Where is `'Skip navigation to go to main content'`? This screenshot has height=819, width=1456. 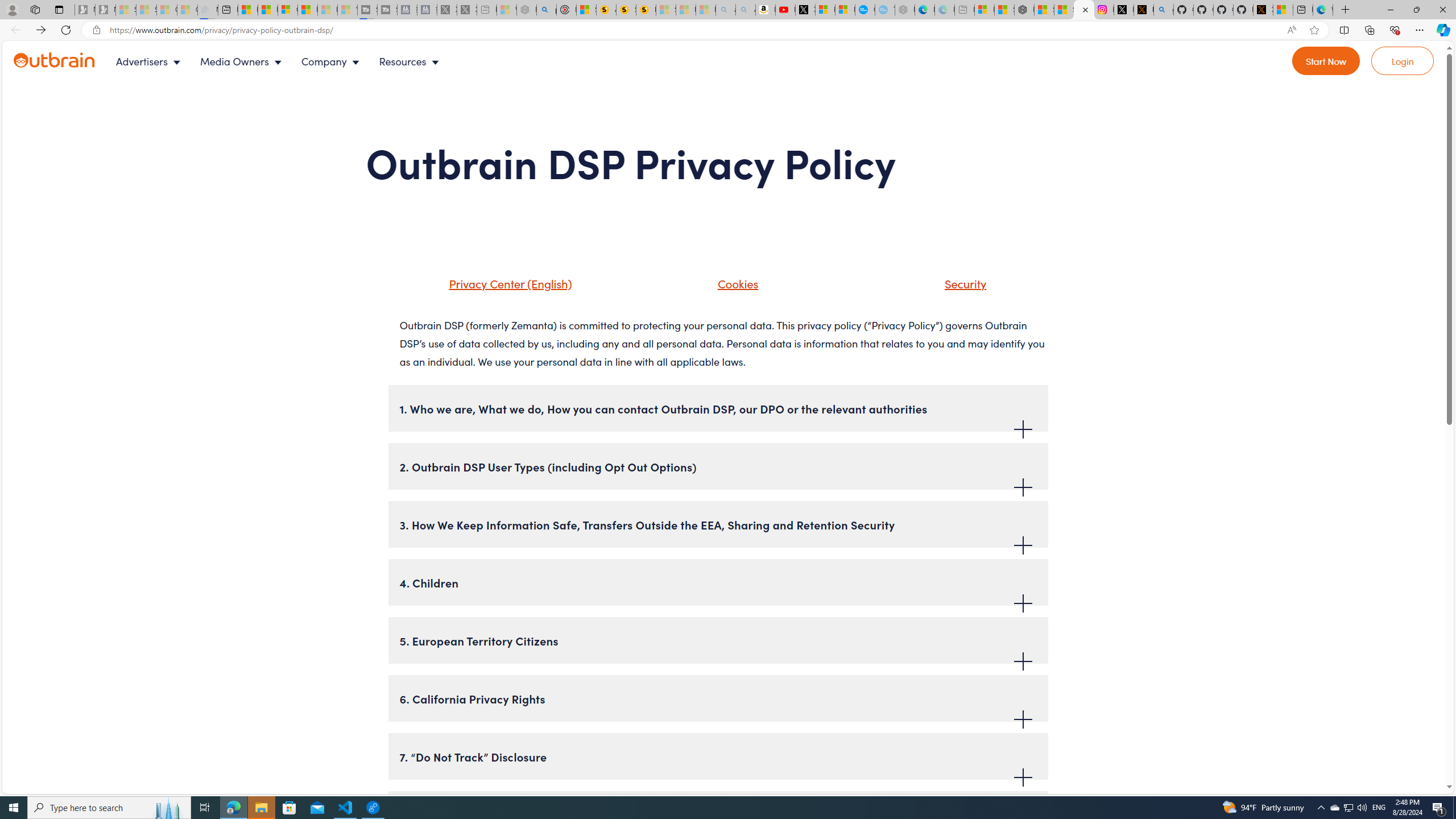 'Skip navigation to go to main content' is located at coordinates (35, 46).